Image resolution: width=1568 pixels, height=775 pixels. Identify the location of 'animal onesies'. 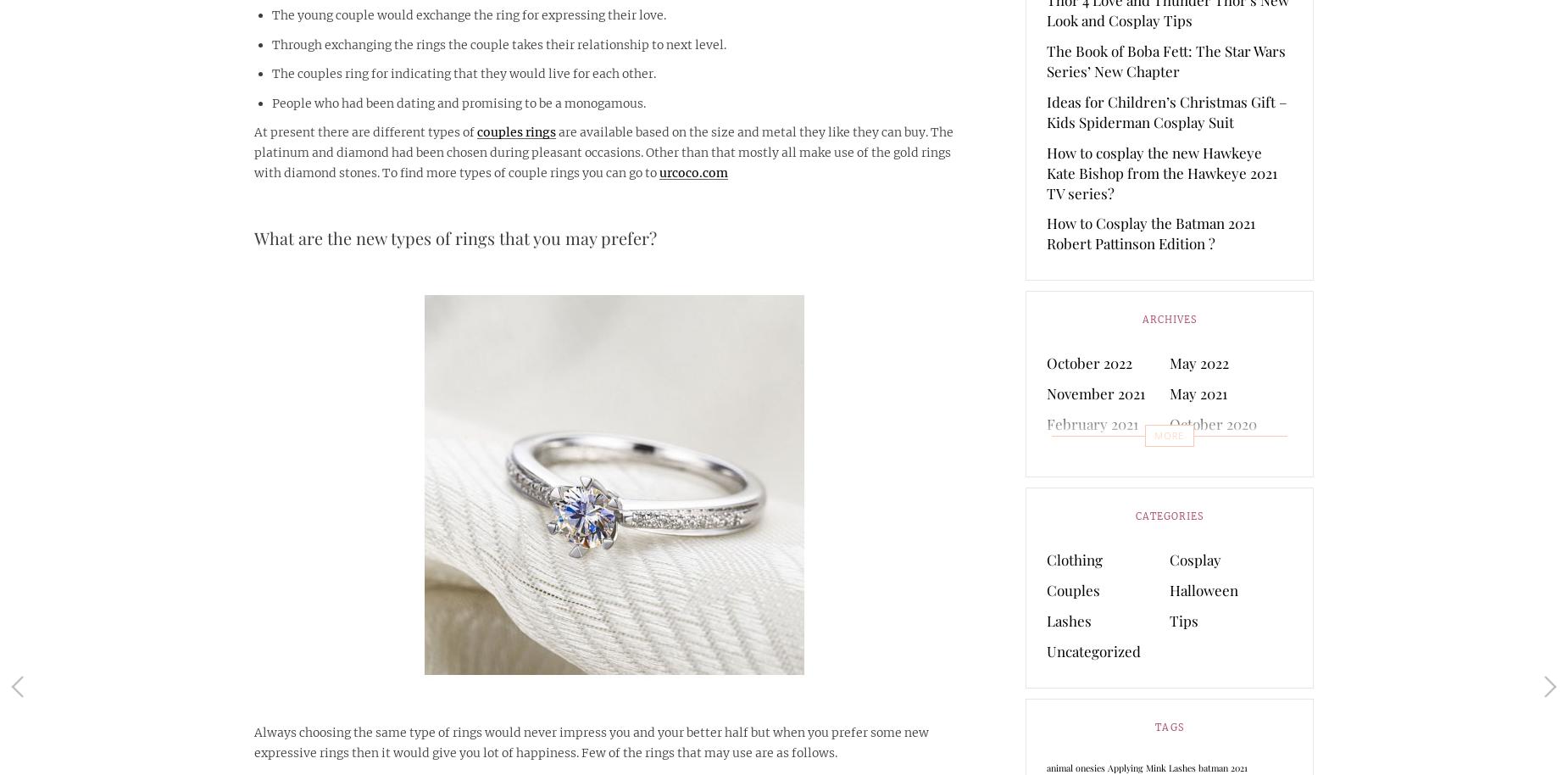
(1046, 766).